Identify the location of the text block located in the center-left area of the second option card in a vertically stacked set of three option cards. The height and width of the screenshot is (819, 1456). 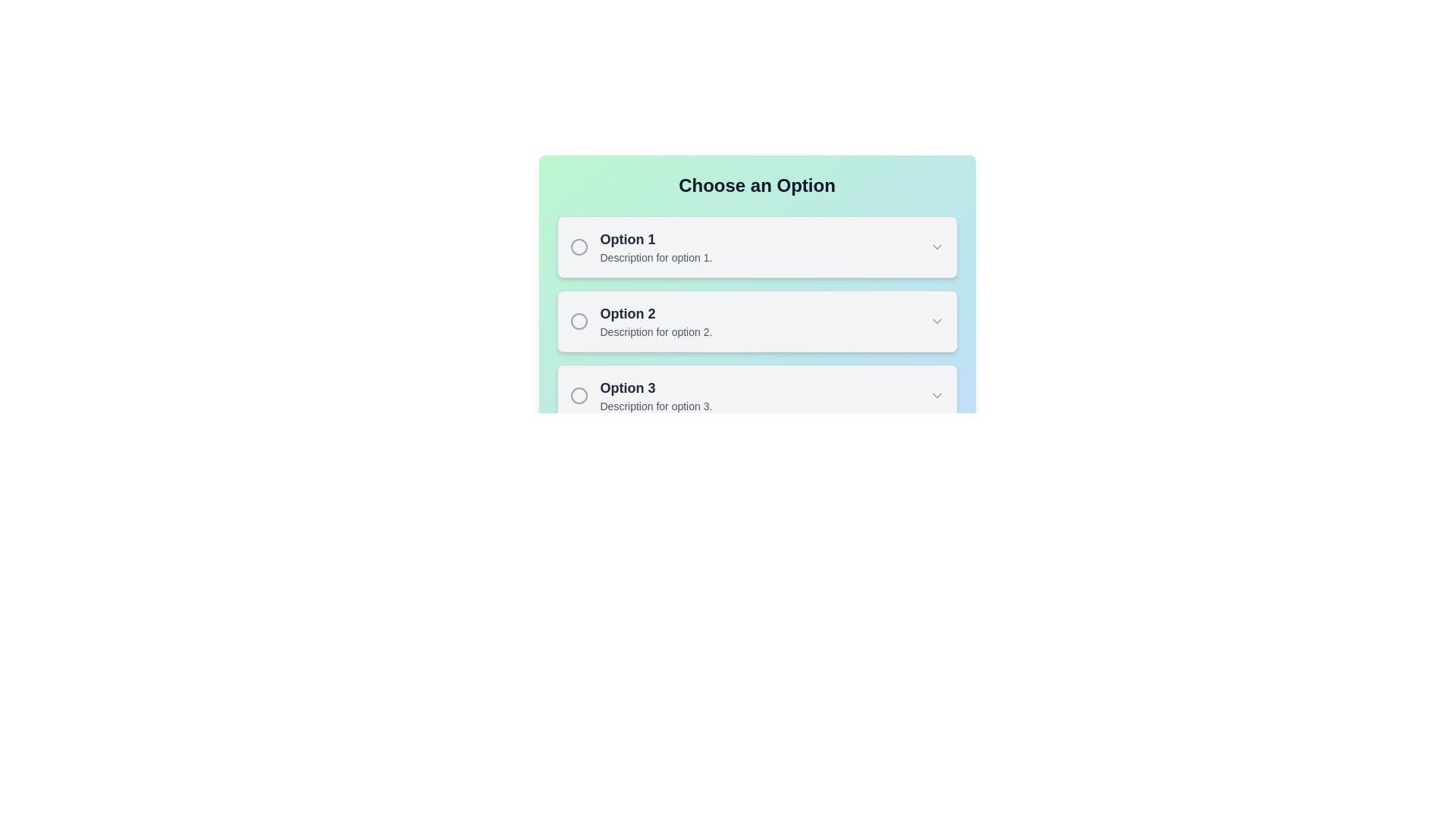
(656, 321).